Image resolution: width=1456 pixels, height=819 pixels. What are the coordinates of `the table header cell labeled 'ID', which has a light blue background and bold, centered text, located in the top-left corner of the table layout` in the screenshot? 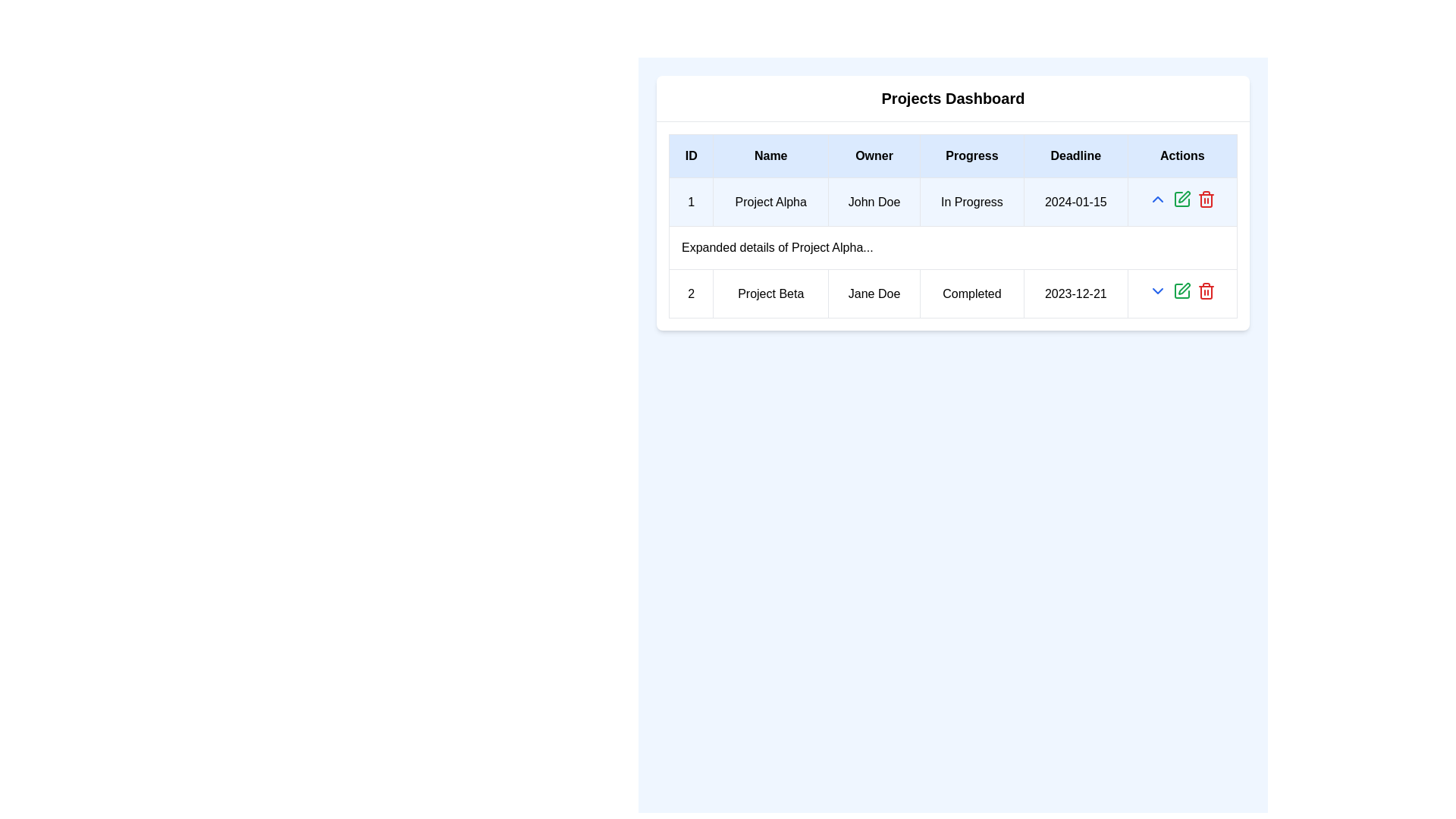 It's located at (690, 155).